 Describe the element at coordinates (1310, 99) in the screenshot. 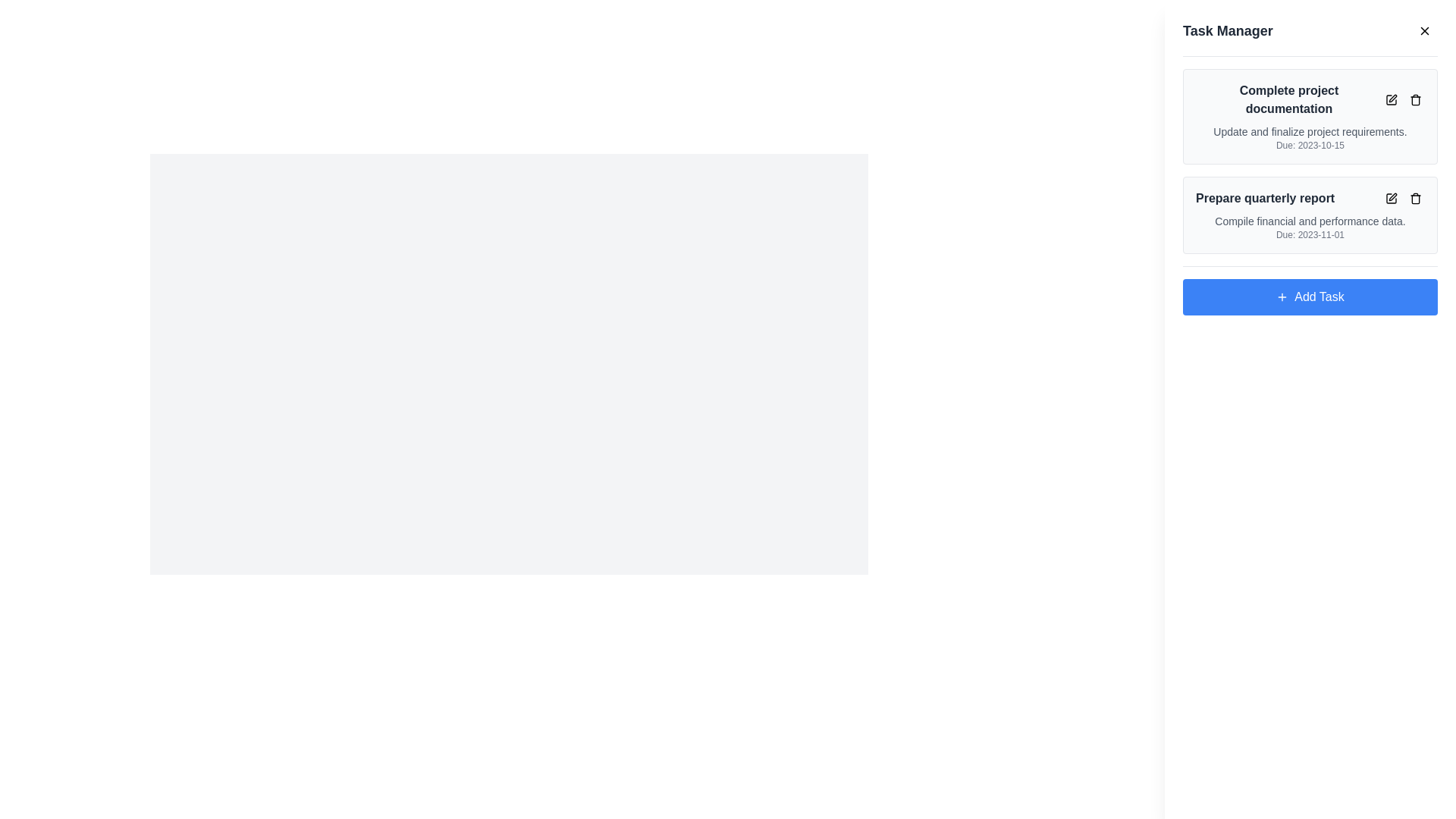

I see `the text label that reads 'Complete project documentation', styled in bold font, located in the first card of the task list in the 'Task Manager' panel` at that location.